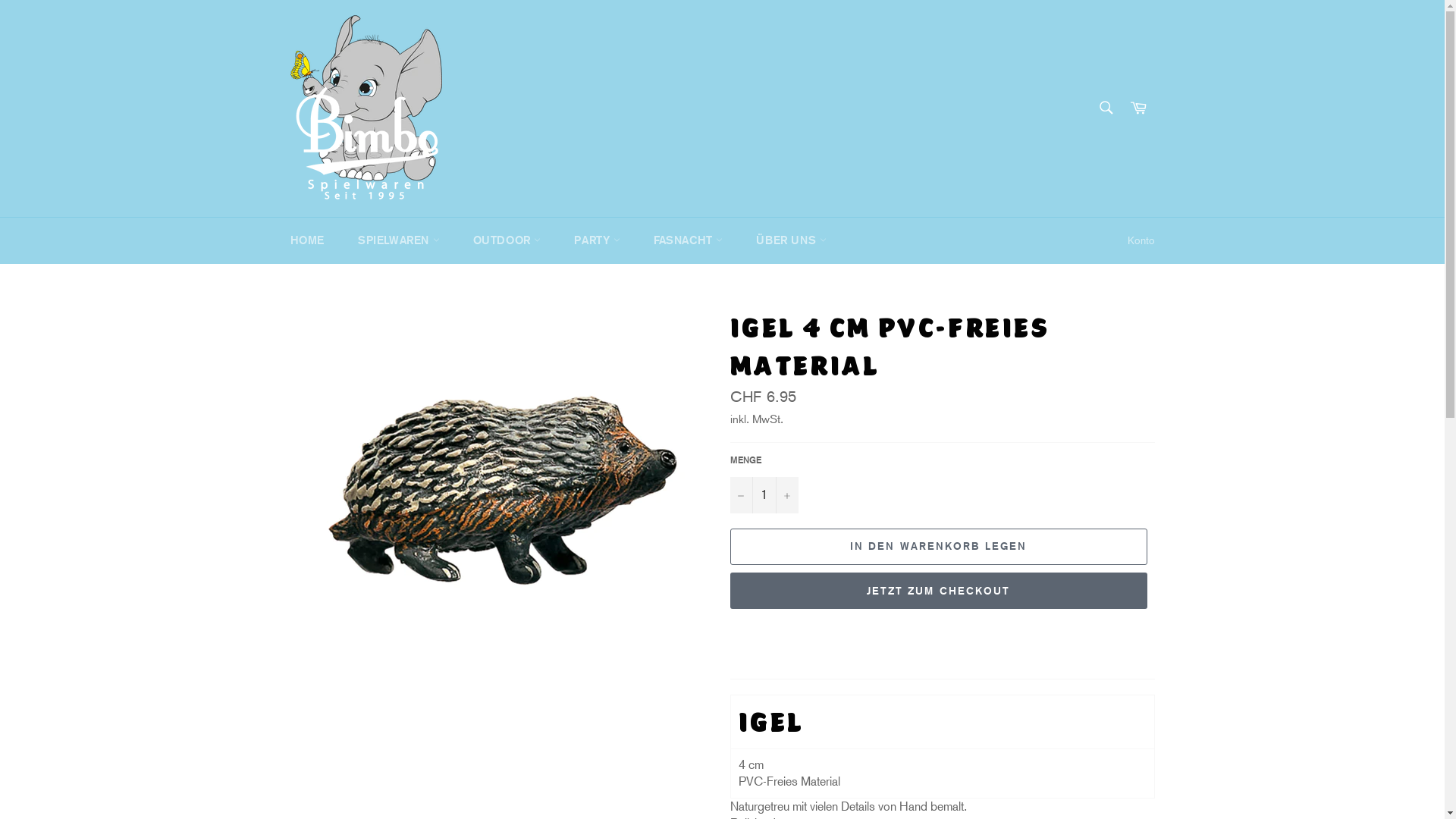 Image resolution: width=1456 pixels, height=819 pixels. I want to click on 'HOME', so click(306, 240).